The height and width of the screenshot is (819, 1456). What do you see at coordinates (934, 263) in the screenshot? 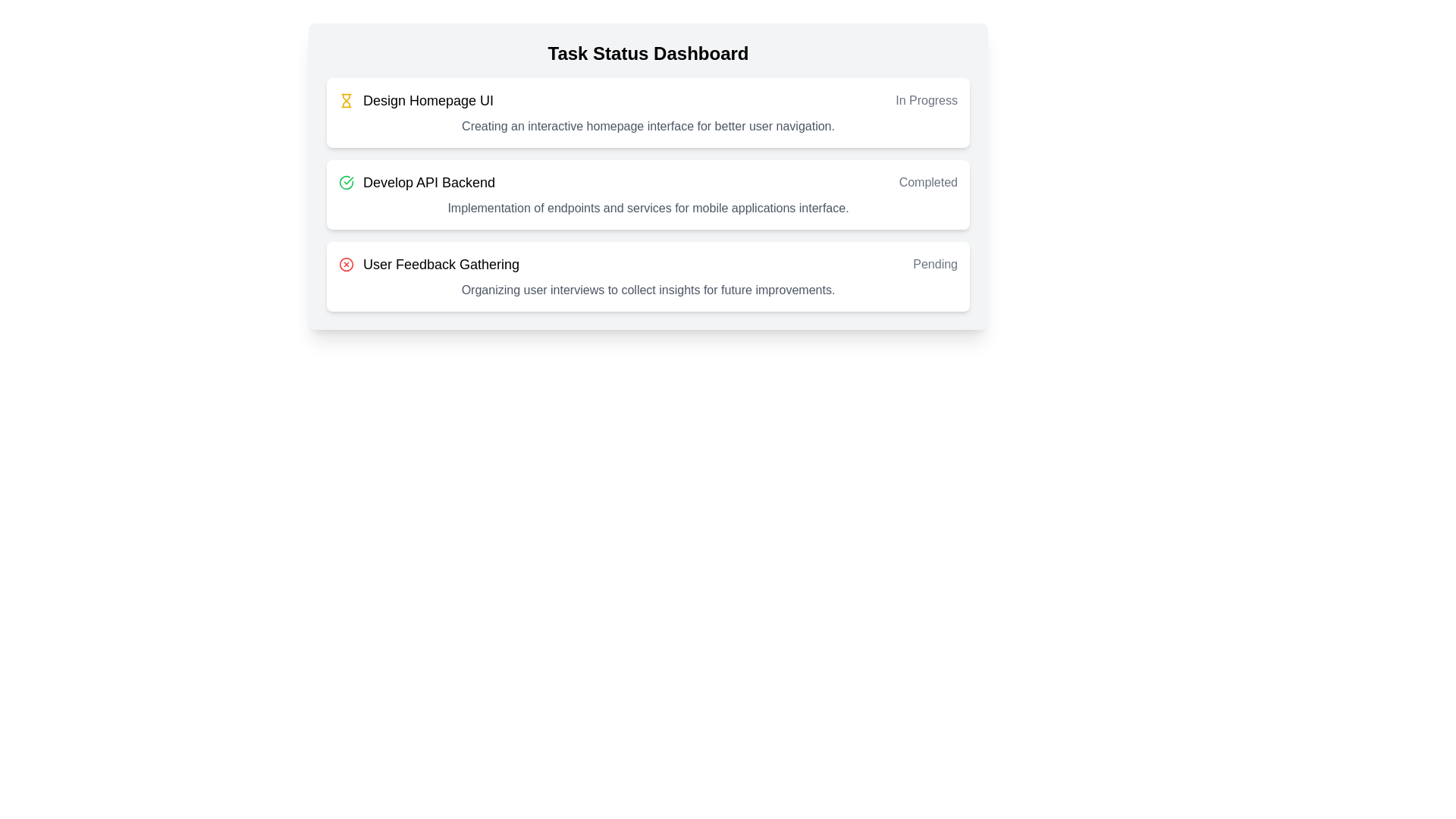
I see `the text label displaying 'Pending' which is styled in light gray color and positioned at the far right end of the lower-most task card adjacent to 'User Feedback Gathering'` at bounding box center [934, 263].